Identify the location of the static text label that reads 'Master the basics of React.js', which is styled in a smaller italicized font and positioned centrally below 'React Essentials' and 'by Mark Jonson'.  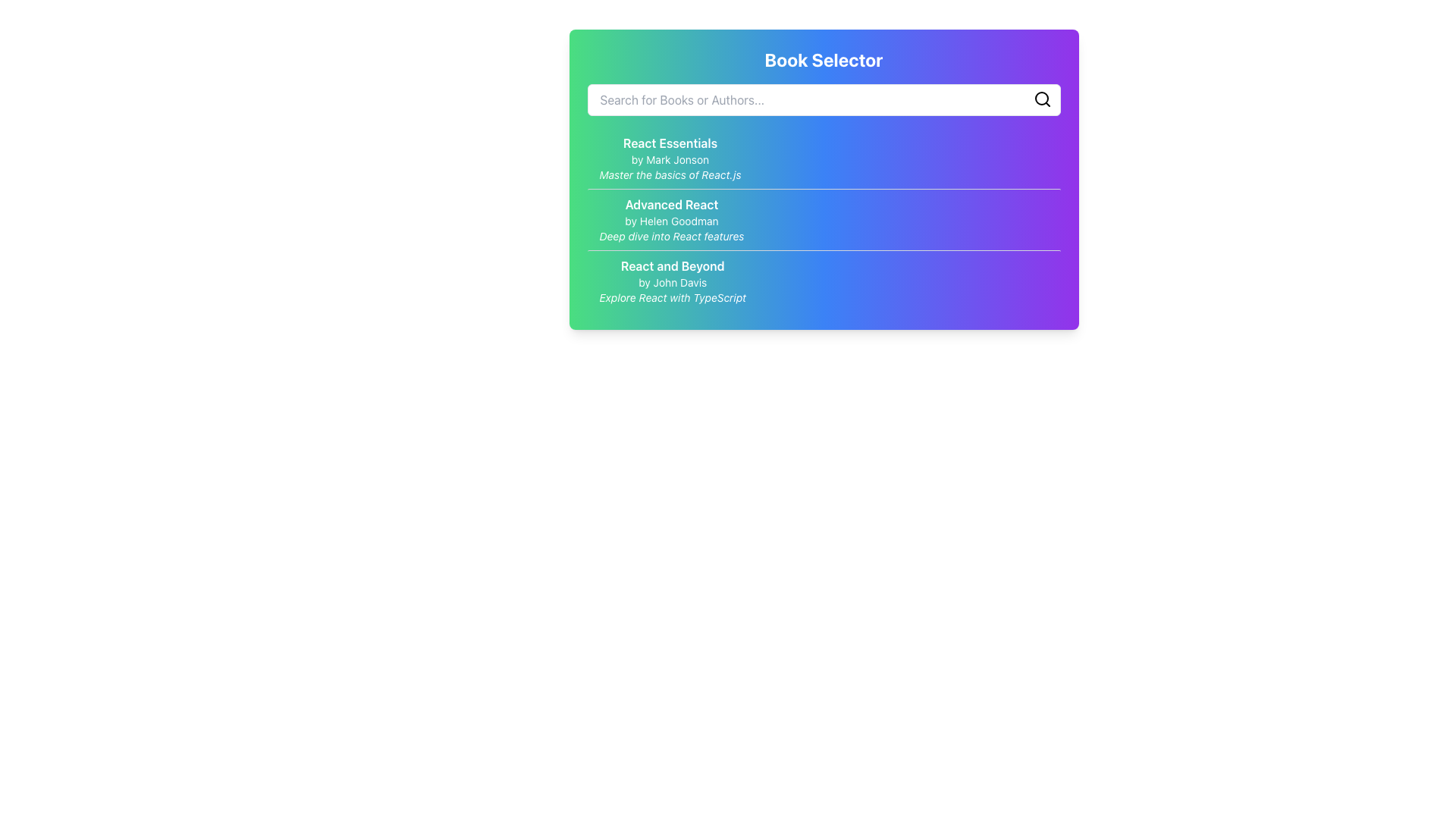
(669, 174).